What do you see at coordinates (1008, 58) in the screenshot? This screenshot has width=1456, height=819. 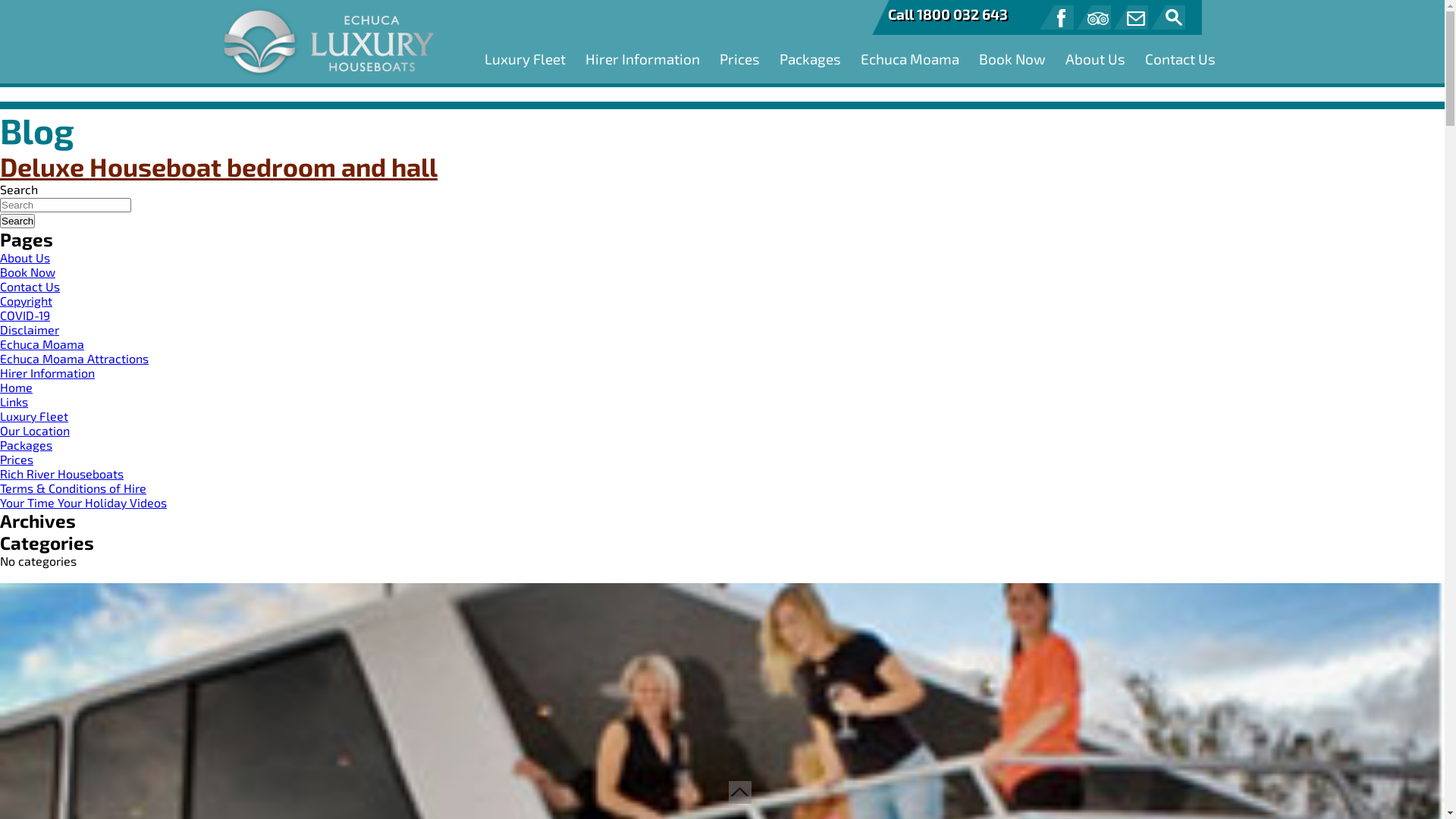 I see `'Book Now'` at bounding box center [1008, 58].